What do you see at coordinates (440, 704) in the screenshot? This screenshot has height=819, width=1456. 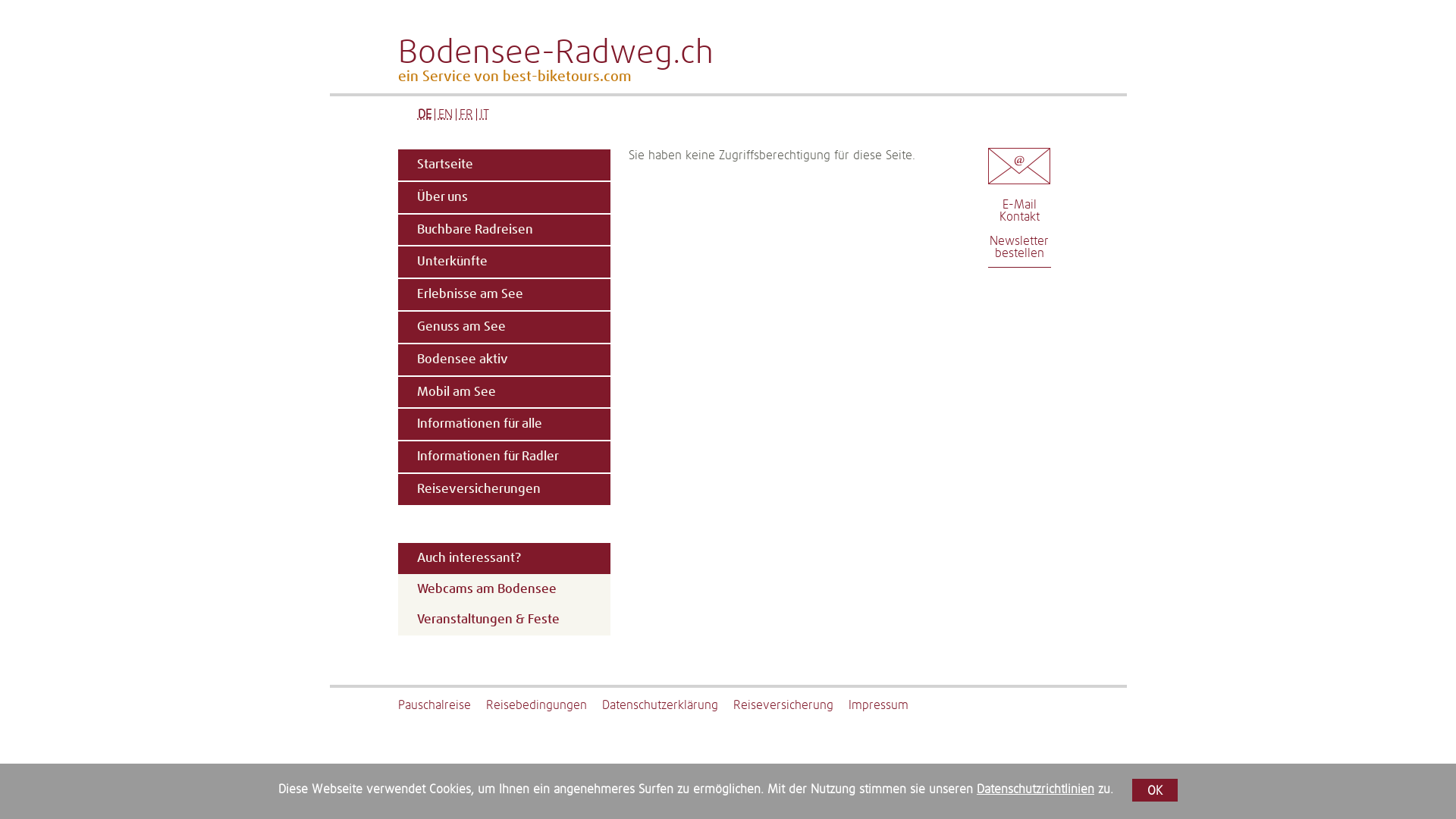 I see `'Pauschalreise'` at bounding box center [440, 704].